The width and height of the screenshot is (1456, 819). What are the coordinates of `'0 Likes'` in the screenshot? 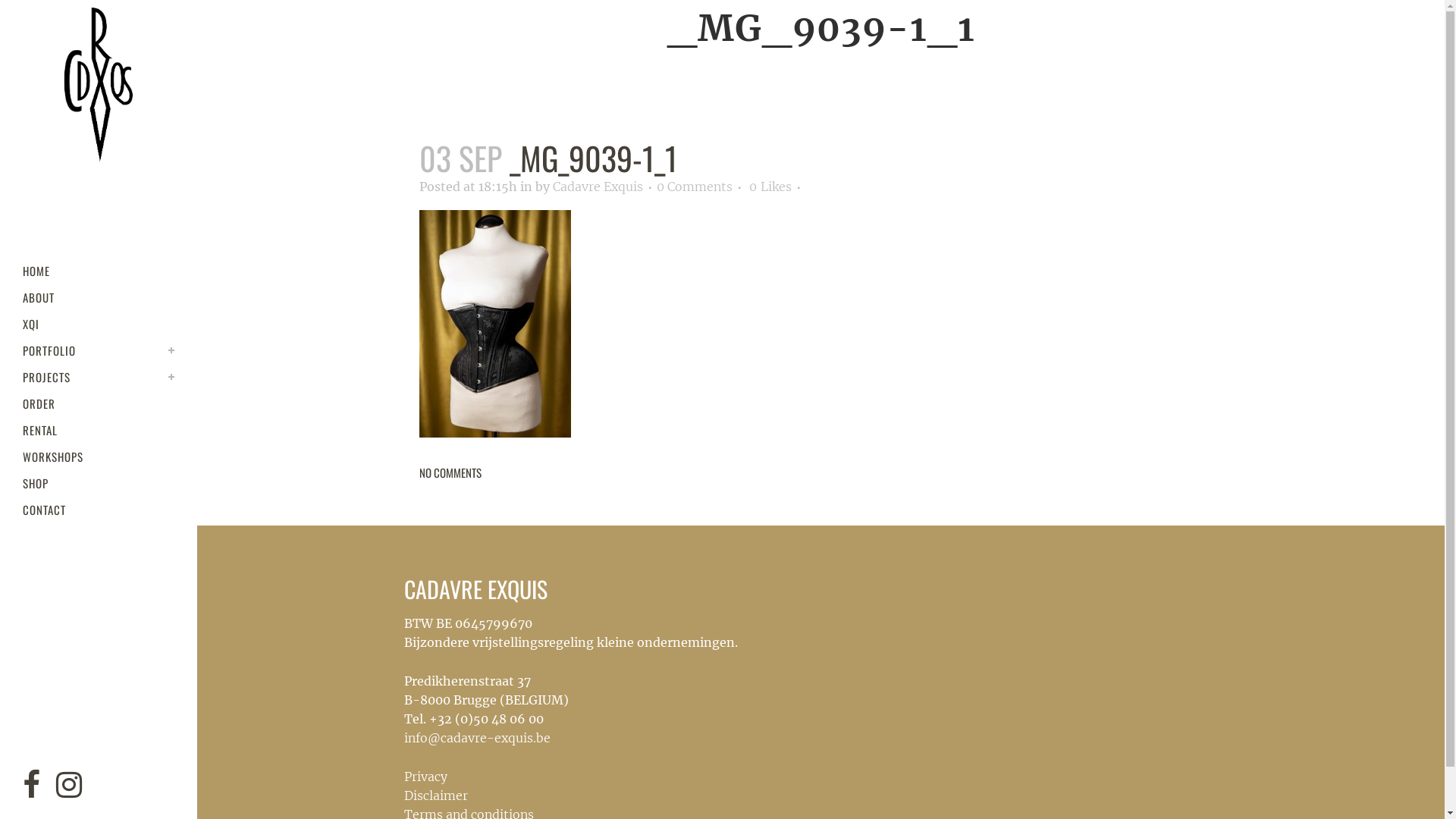 It's located at (770, 186).